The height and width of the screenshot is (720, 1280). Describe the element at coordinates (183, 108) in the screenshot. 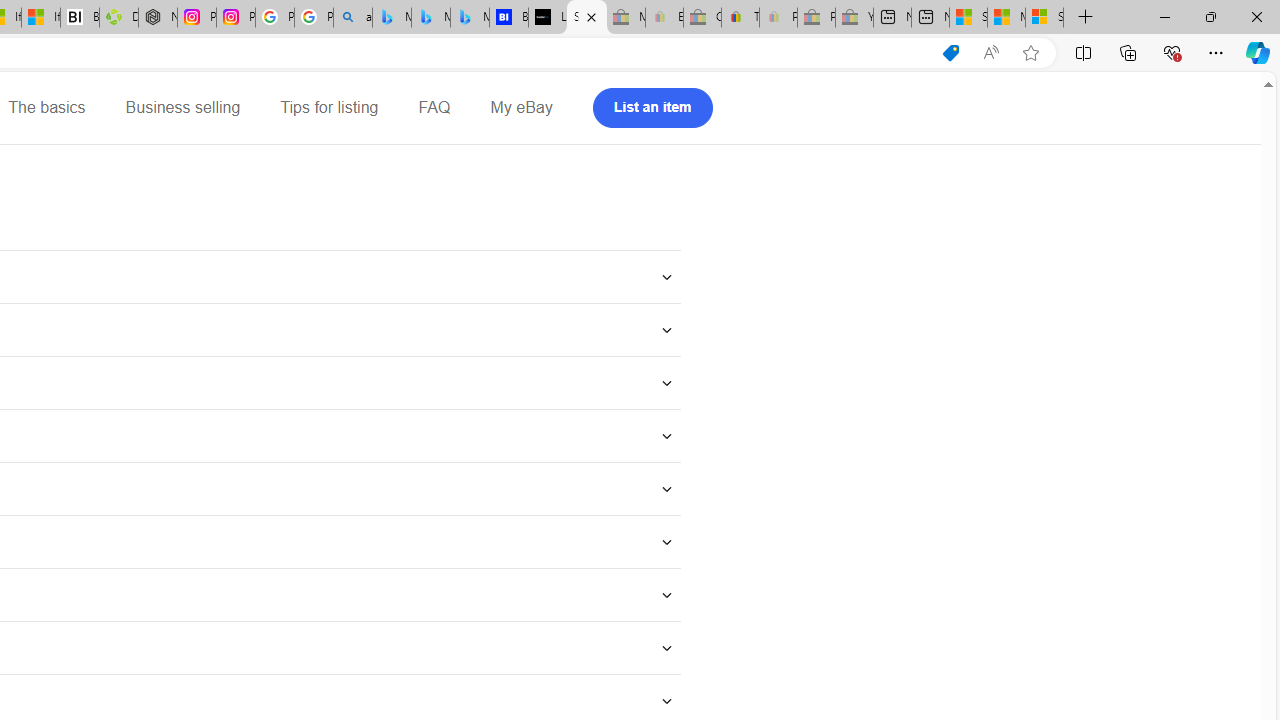

I see `'Business selling'` at that location.